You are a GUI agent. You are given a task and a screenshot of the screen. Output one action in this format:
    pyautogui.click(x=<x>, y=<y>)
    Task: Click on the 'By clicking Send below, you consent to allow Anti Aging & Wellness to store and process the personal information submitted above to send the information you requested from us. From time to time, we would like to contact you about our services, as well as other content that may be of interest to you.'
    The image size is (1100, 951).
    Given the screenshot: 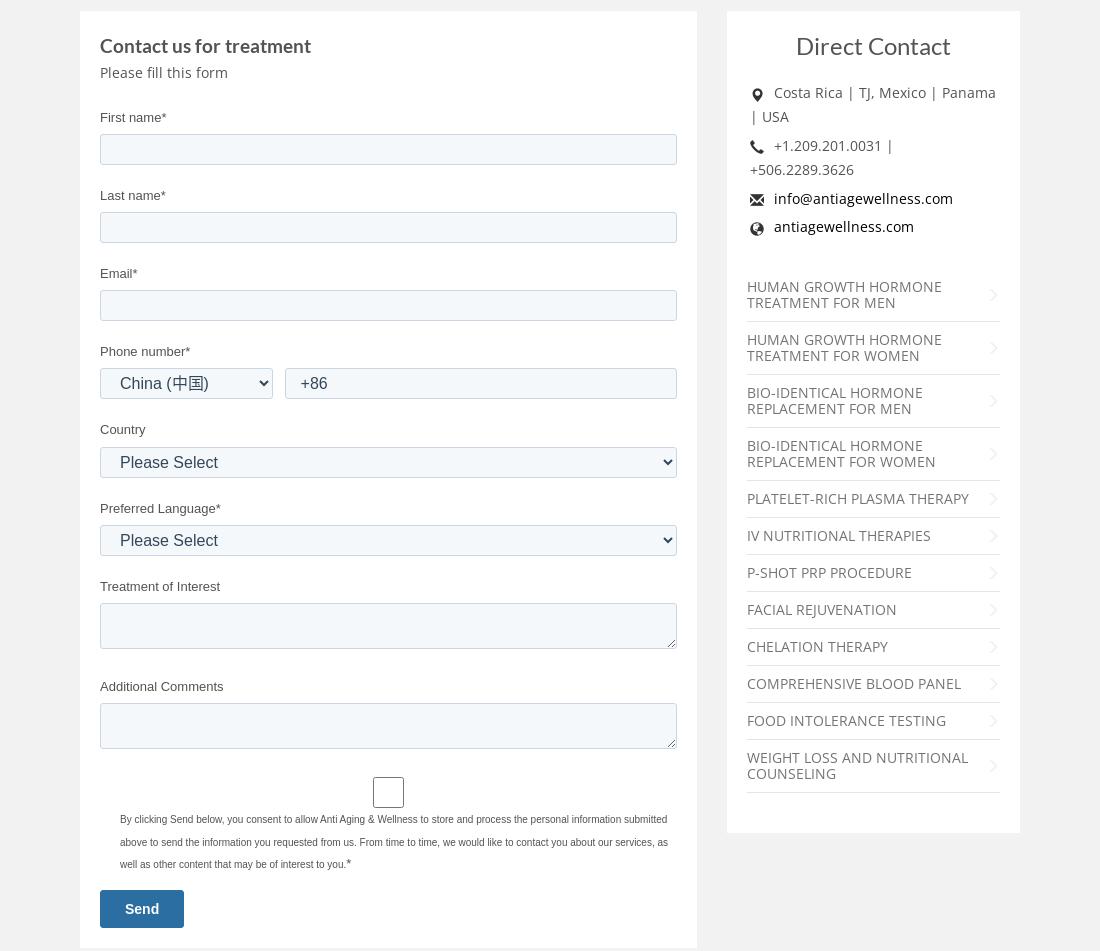 What is the action you would take?
    pyautogui.click(x=394, y=840)
    